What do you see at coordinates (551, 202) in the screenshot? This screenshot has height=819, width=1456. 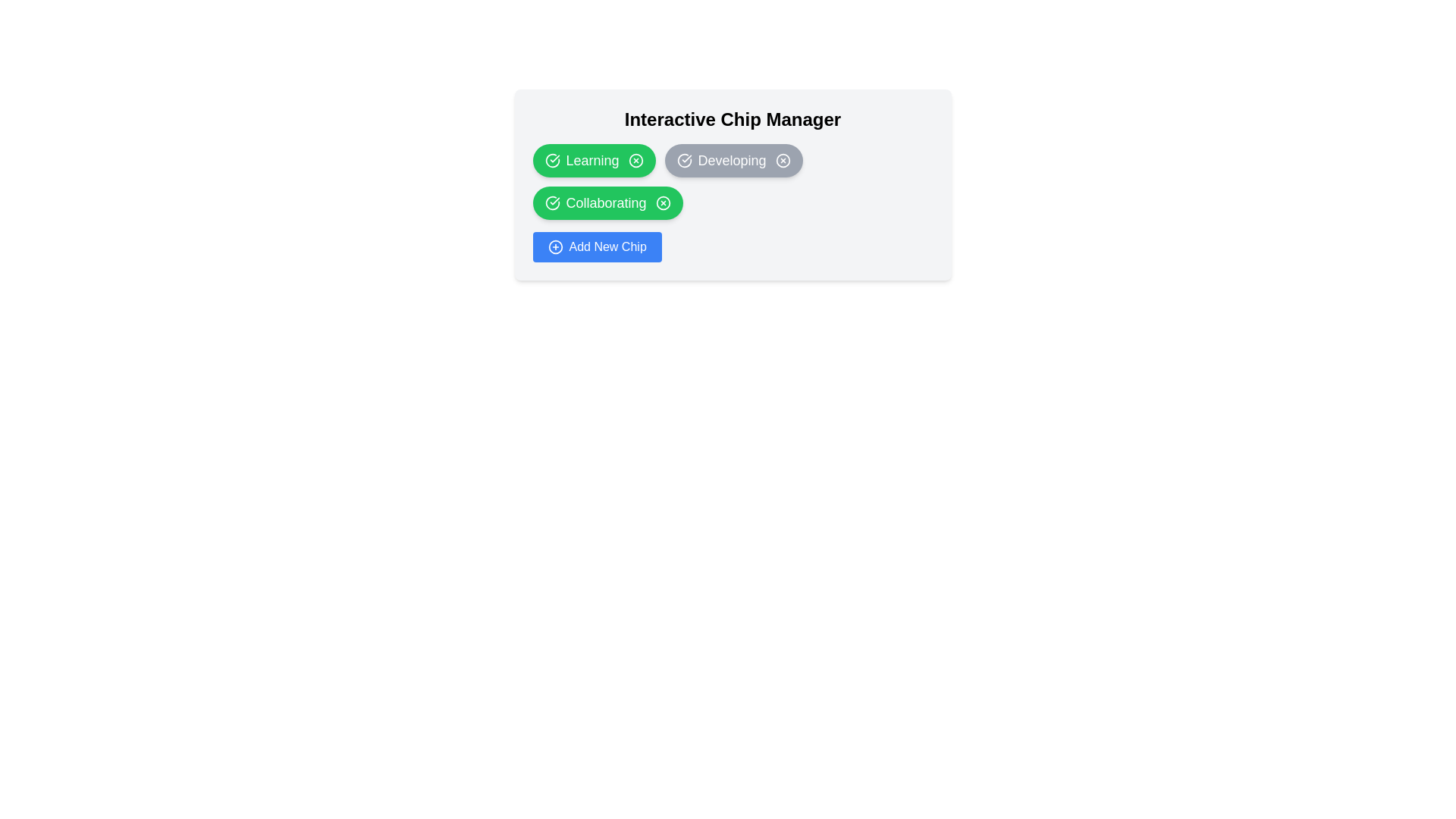 I see `the visual indicator icon located` at bounding box center [551, 202].